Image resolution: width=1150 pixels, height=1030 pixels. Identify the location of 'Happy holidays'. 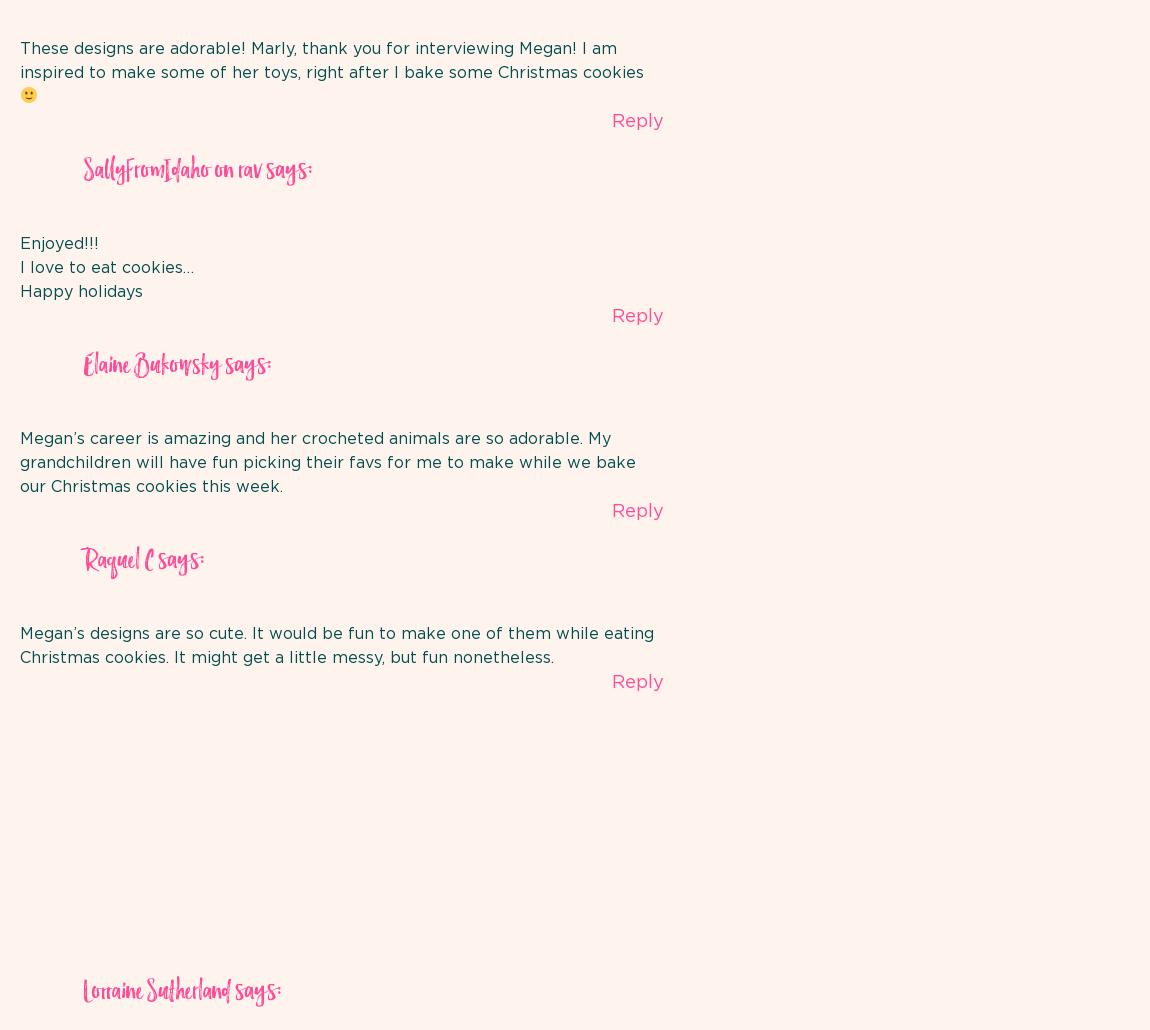
(80, 289).